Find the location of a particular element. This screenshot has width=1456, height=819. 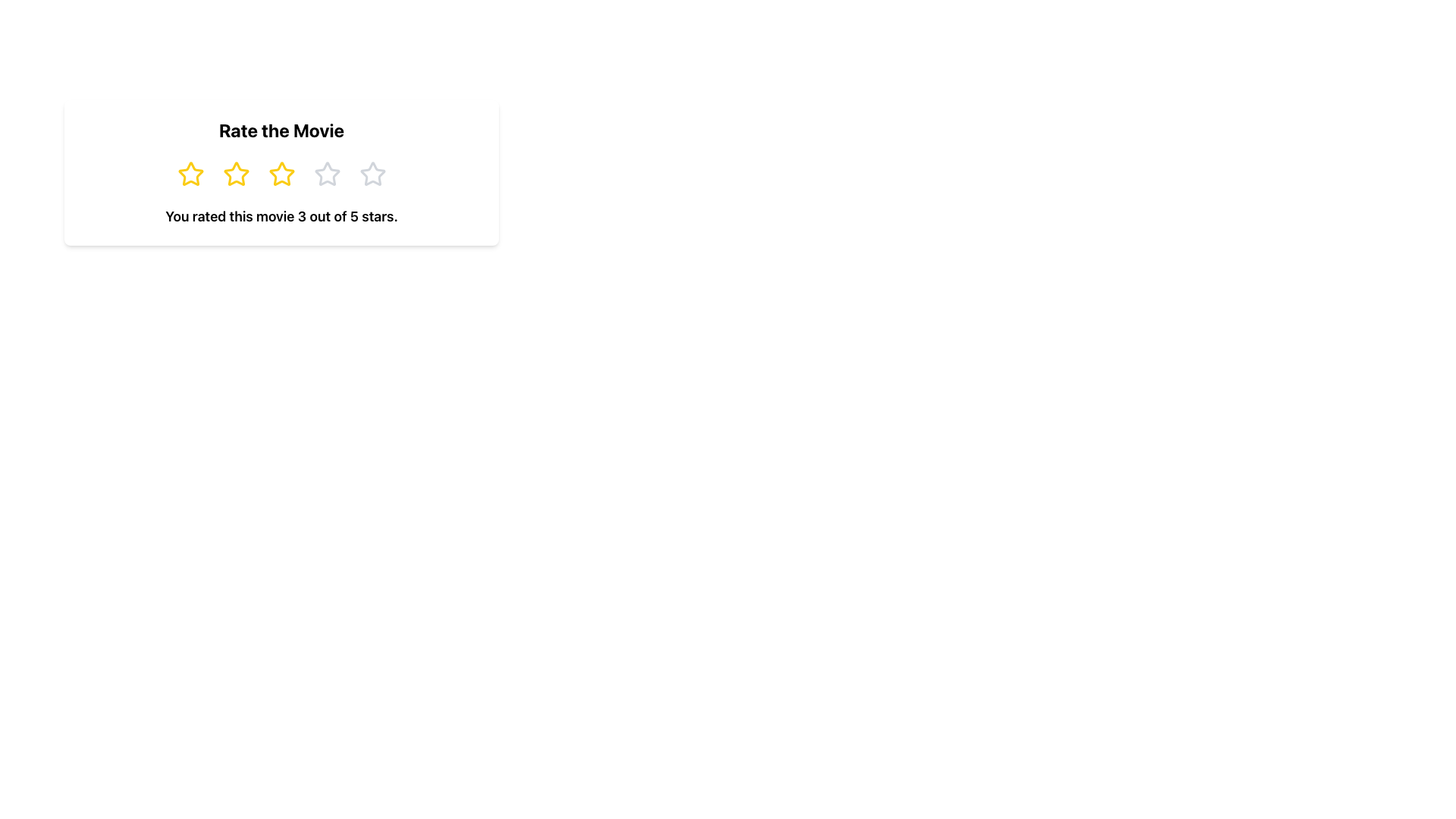

the second star in the 5-star rating component is located at coordinates (235, 174).